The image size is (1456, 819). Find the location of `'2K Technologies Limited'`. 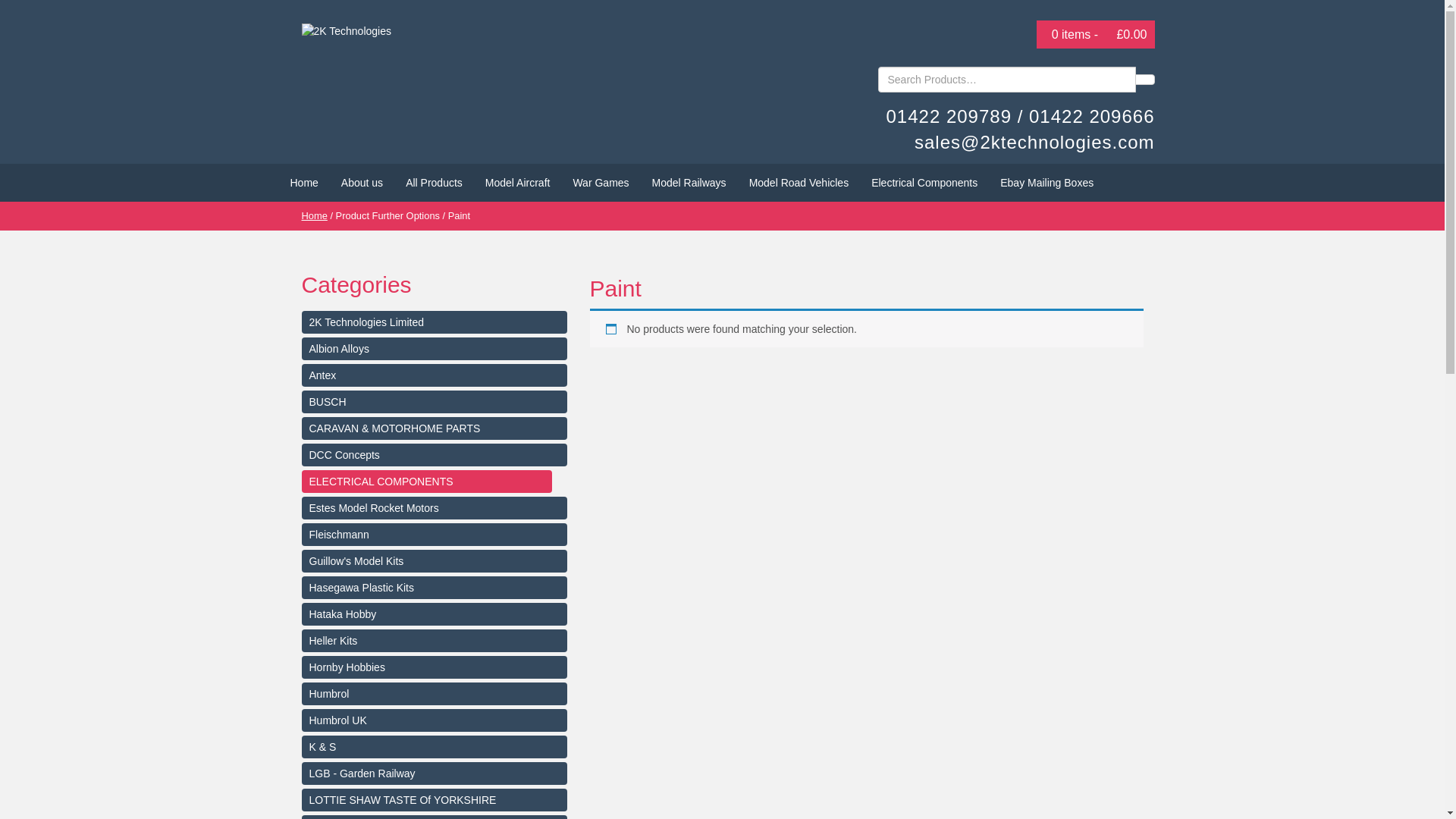

'2K Technologies Limited' is located at coordinates (433, 321).